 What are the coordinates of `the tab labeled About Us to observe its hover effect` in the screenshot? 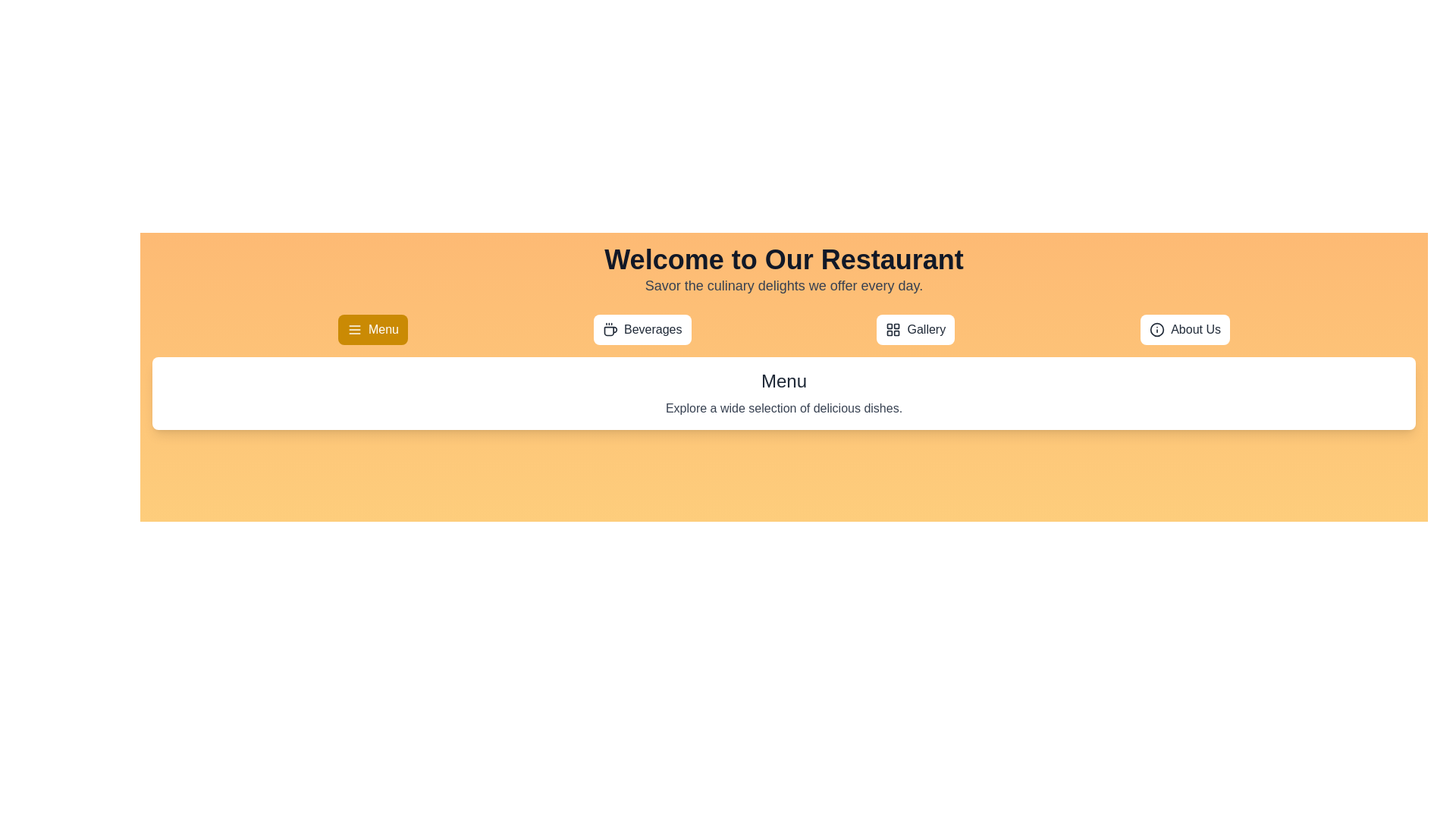 It's located at (1185, 329).